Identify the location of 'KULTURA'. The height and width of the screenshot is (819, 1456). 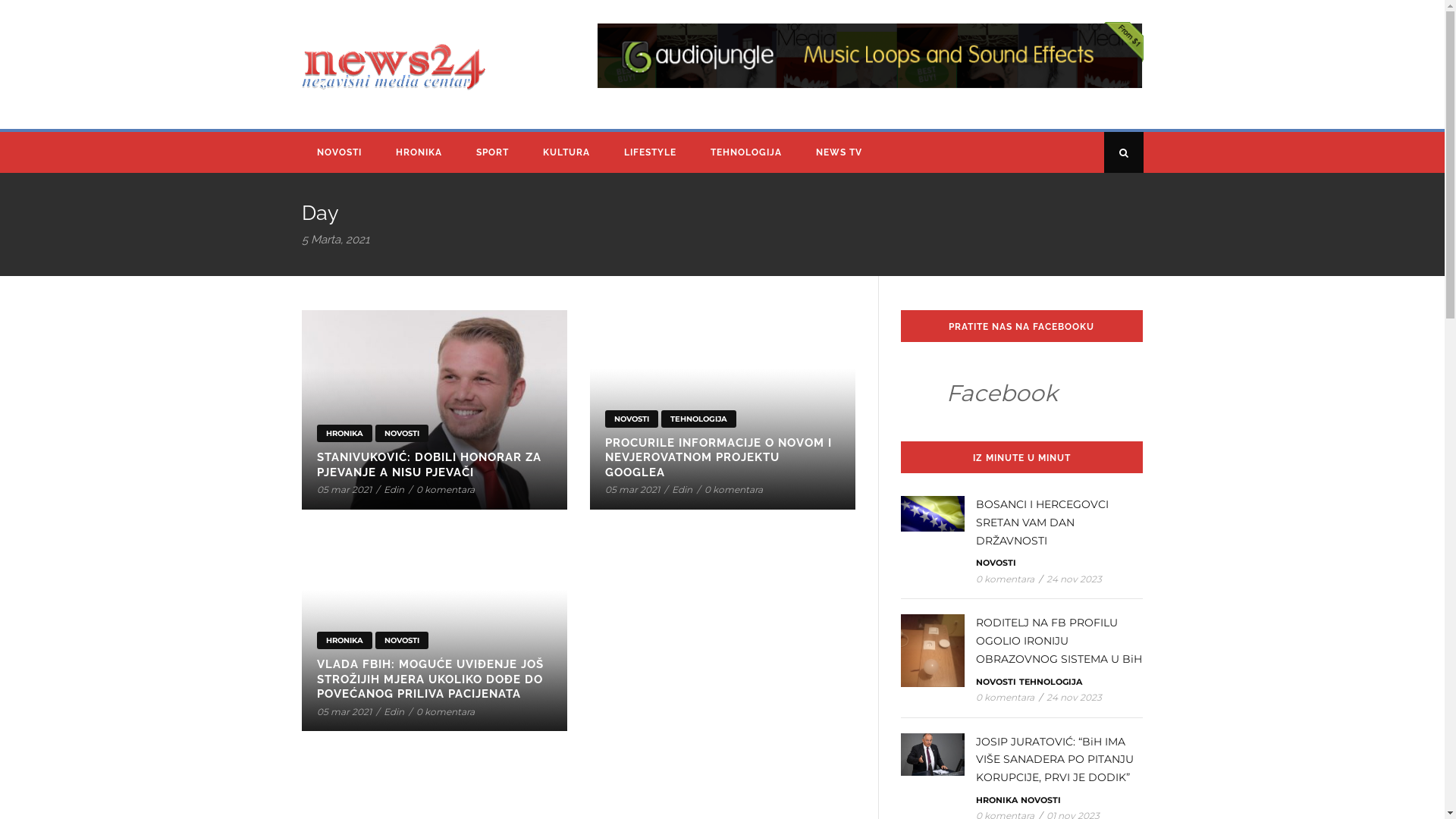
(567, 152).